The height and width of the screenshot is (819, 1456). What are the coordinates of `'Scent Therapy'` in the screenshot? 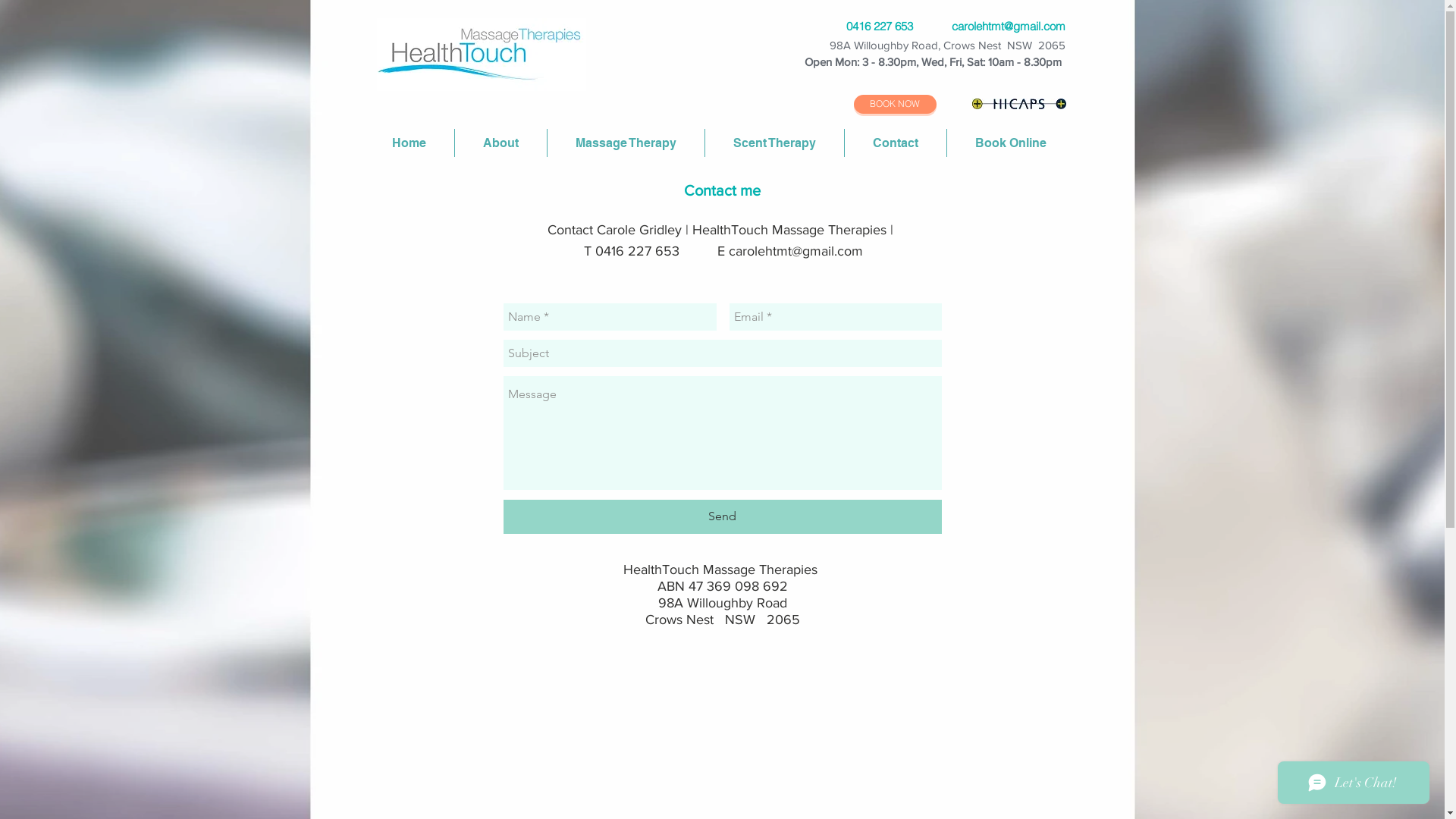 It's located at (774, 143).